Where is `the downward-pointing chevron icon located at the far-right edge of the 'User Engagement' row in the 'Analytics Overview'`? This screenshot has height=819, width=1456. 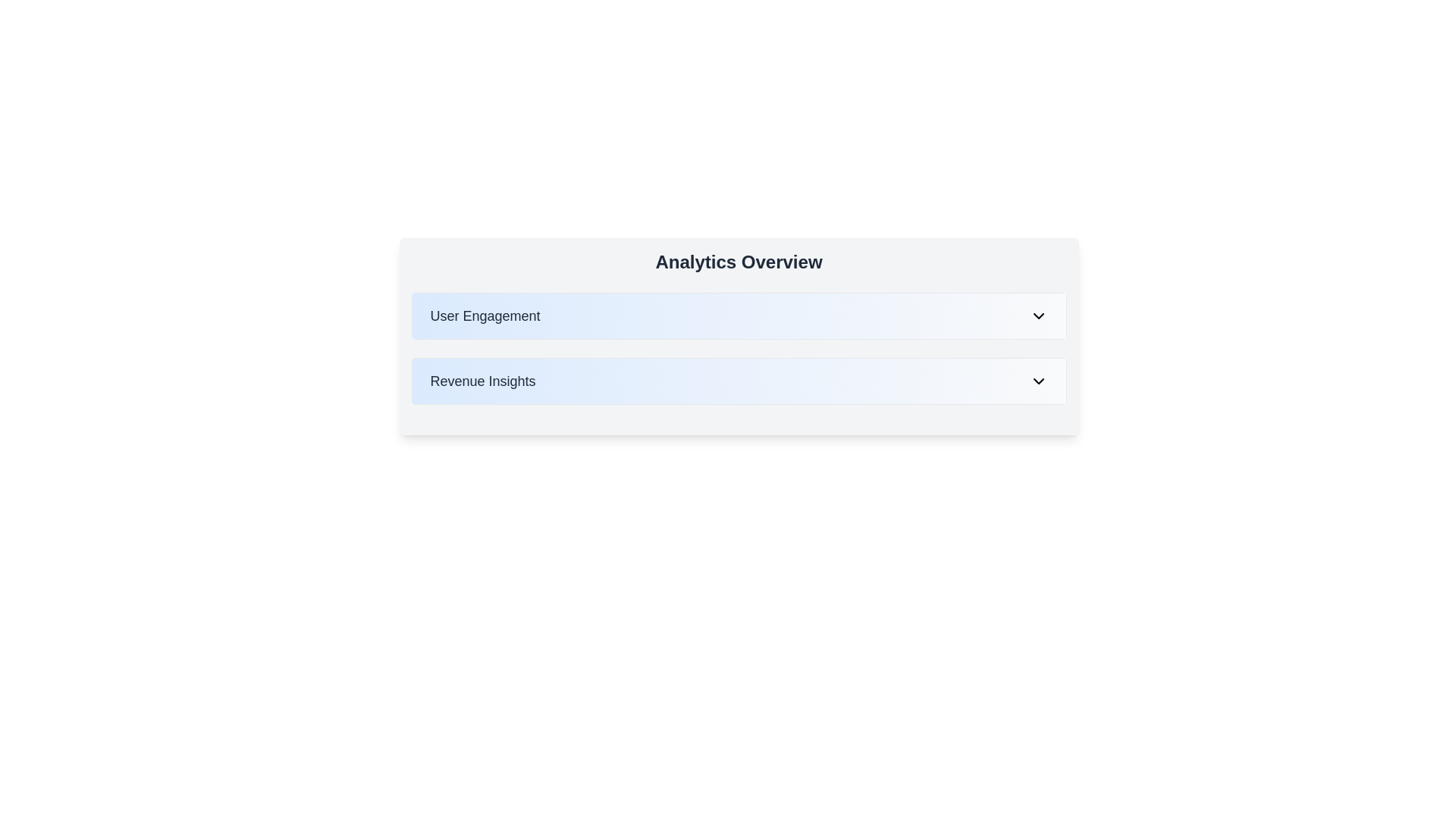
the downward-pointing chevron icon located at the far-right edge of the 'User Engagement' row in the 'Analytics Overview' is located at coordinates (1037, 315).